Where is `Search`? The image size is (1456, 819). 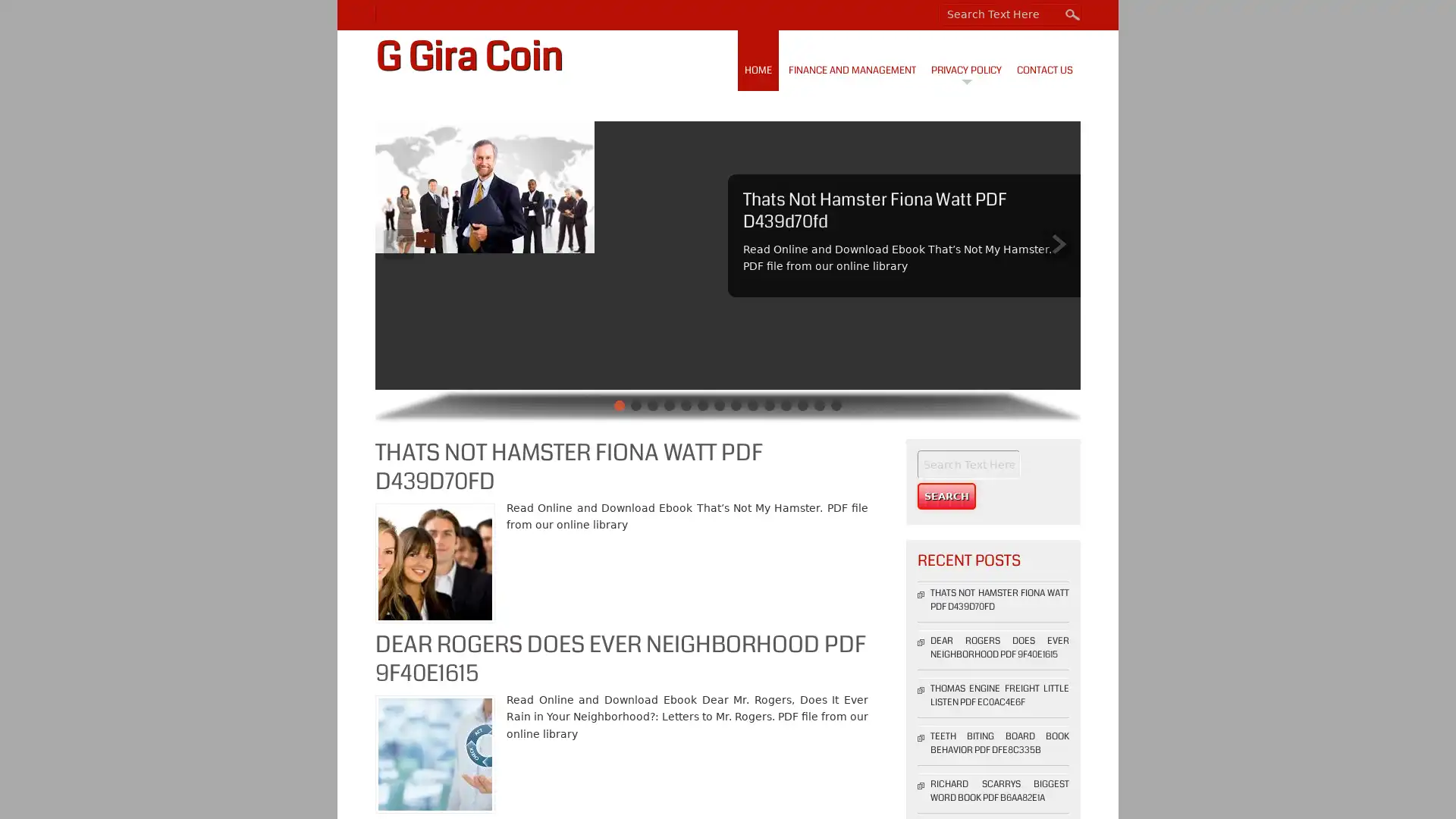
Search is located at coordinates (946, 496).